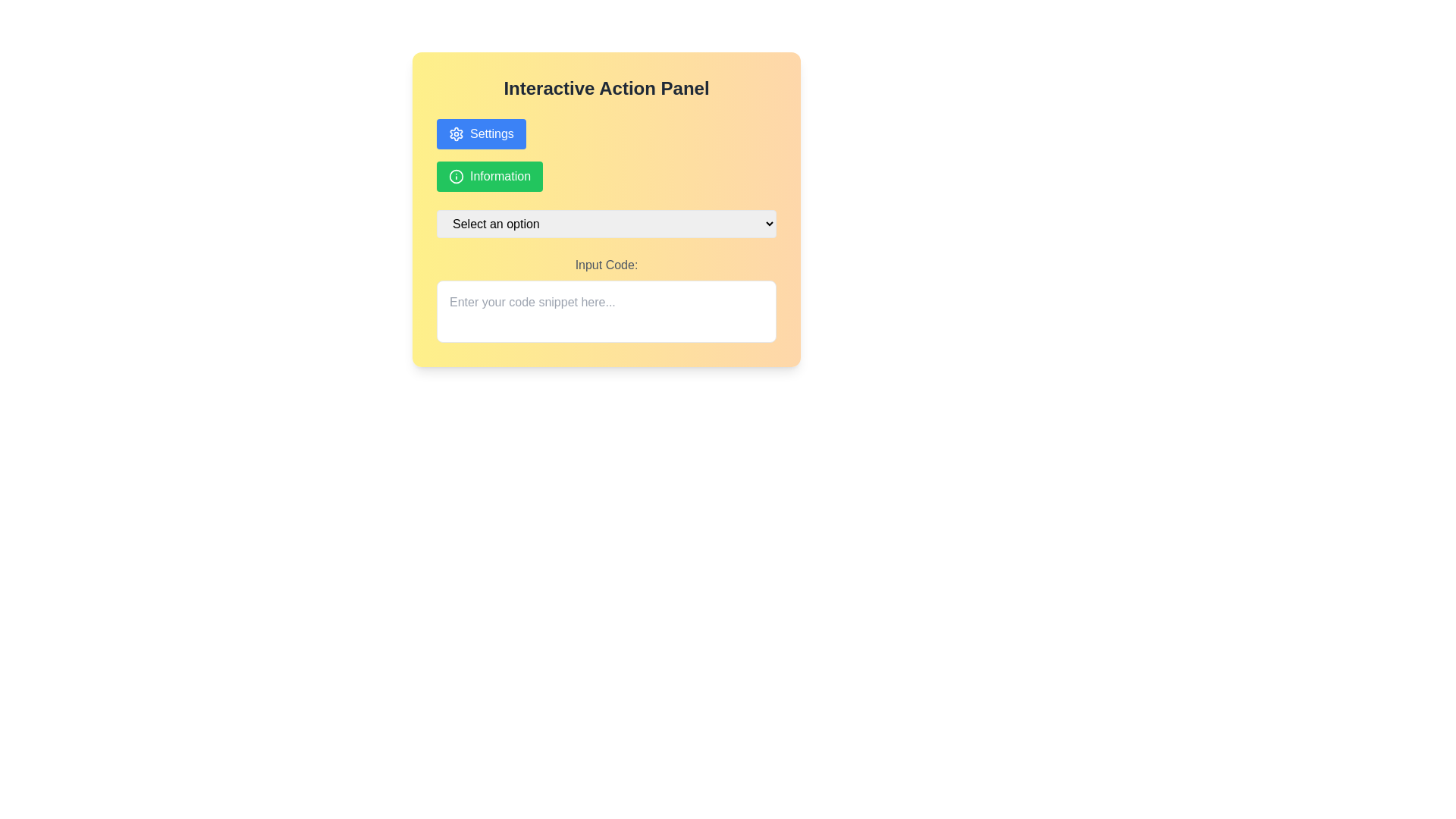  Describe the element at coordinates (455, 175) in the screenshot. I see `the Circular SVG Element that serves as part of the 'Information' button icon, located below the 'Settings' button in the interactive action panel` at that location.